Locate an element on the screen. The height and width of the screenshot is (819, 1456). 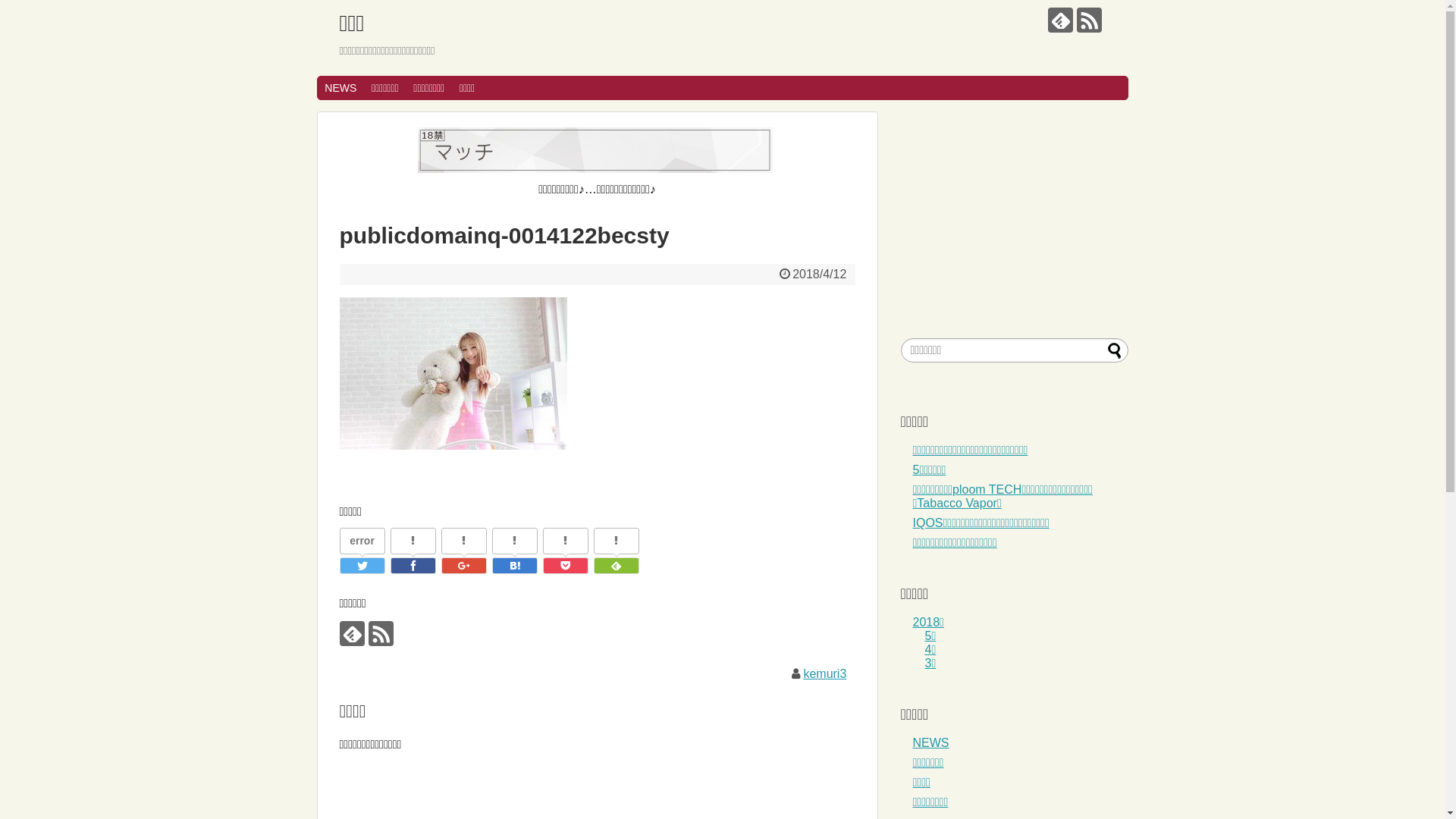
'NEWS' is located at coordinates (315, 87).